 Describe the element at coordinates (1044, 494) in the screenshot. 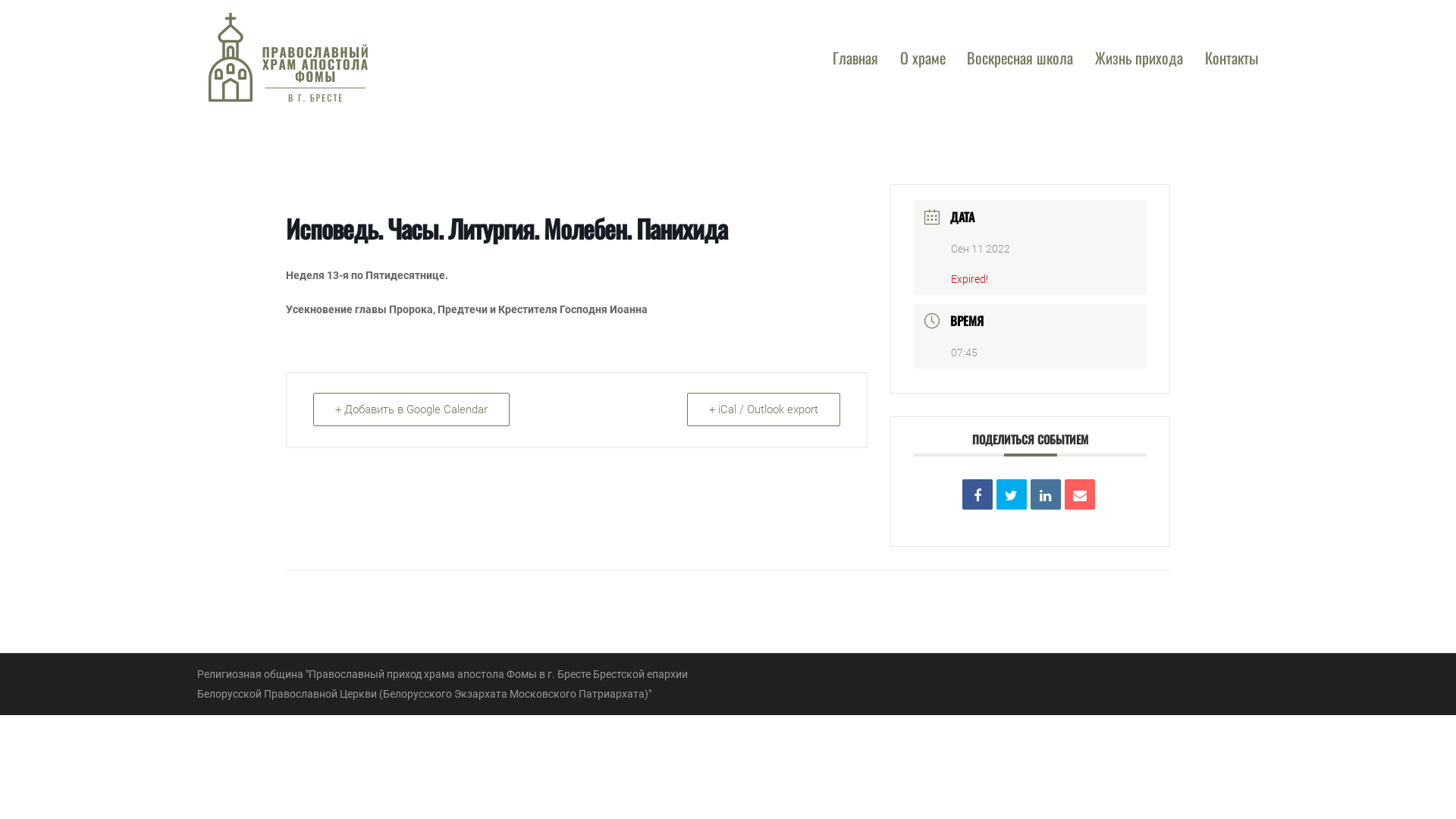

I see `'Linkedin'` at that location.